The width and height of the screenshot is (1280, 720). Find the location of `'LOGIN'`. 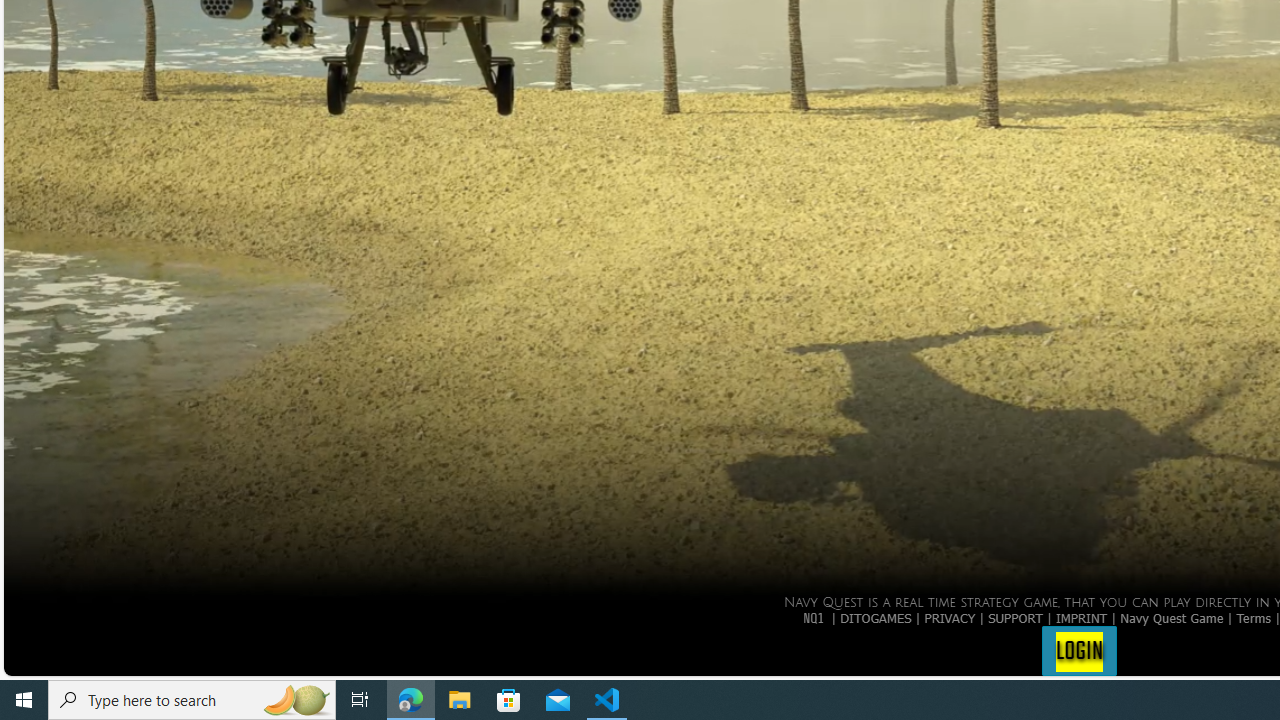

'LOGIN' is located at coordinates (1078, 650).